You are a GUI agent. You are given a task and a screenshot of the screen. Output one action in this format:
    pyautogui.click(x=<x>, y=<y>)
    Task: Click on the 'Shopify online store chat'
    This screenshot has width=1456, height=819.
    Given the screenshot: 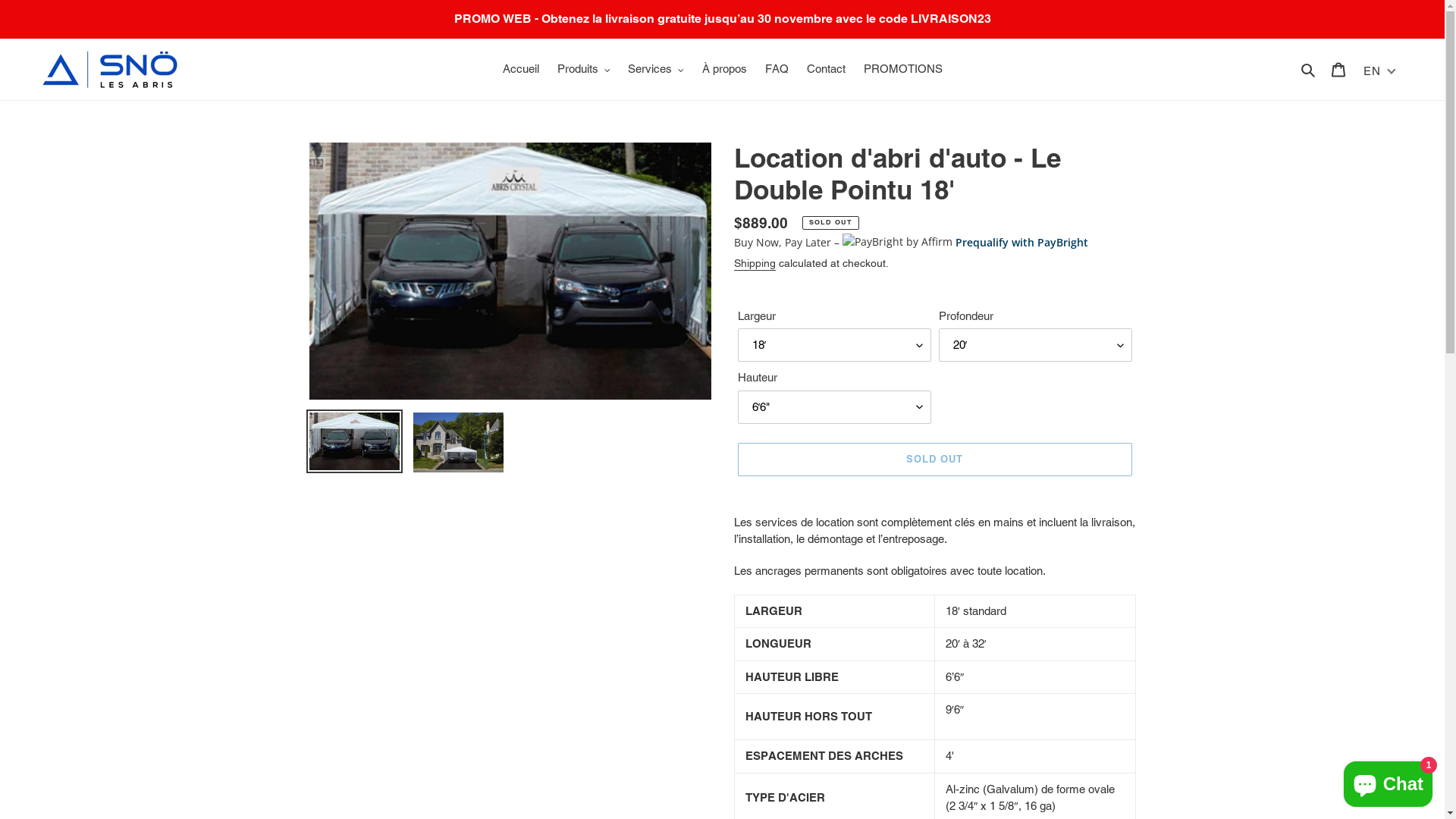 What is the action you would take?
    pyautogui.click(x=1388, y=780)
    